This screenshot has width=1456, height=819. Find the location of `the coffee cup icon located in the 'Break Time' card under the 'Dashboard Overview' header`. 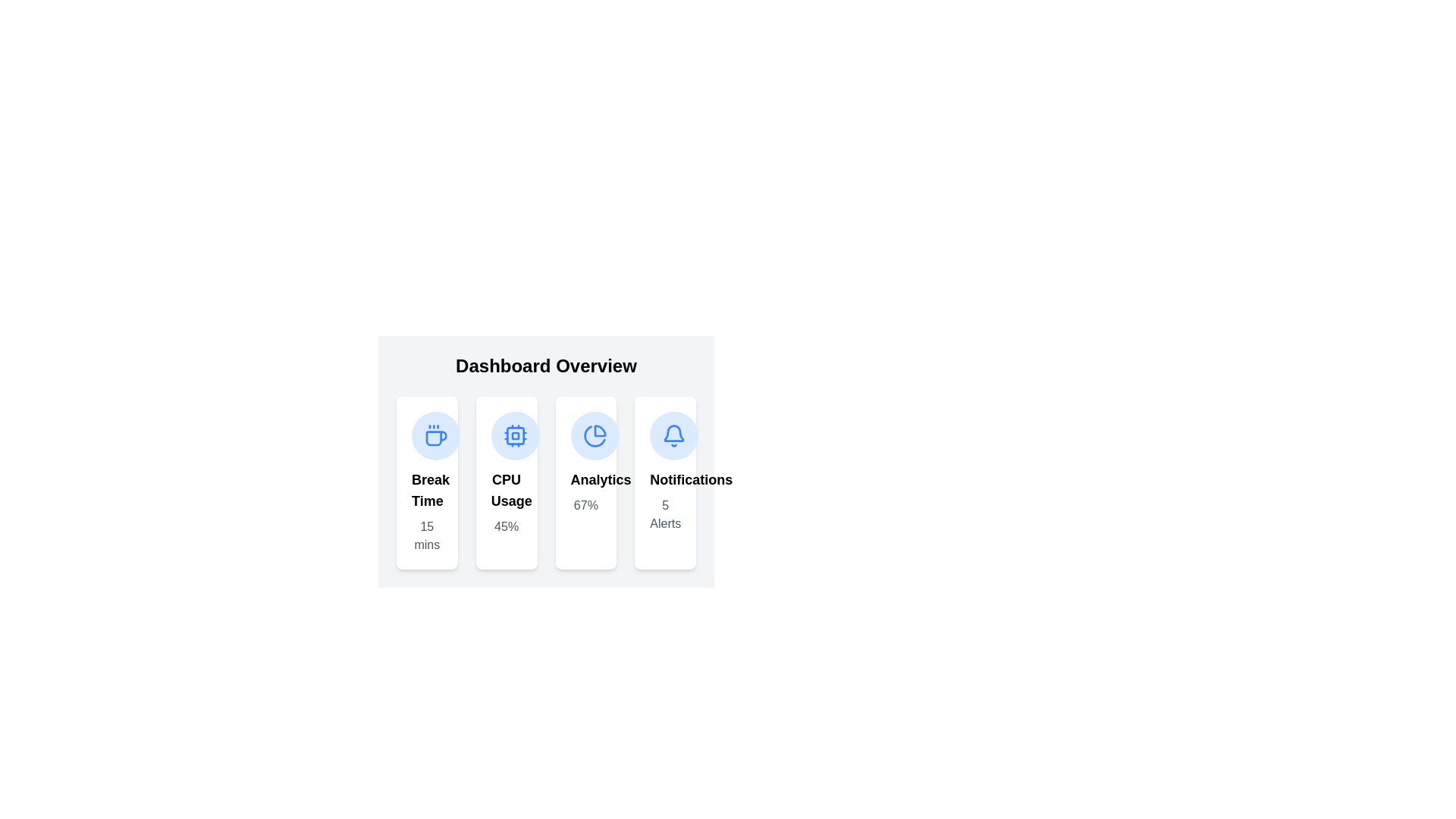

the coffee cup icon located in the 'Break Time' card under the 'Dashboard Overview' header is located at coordinates (435, 435).